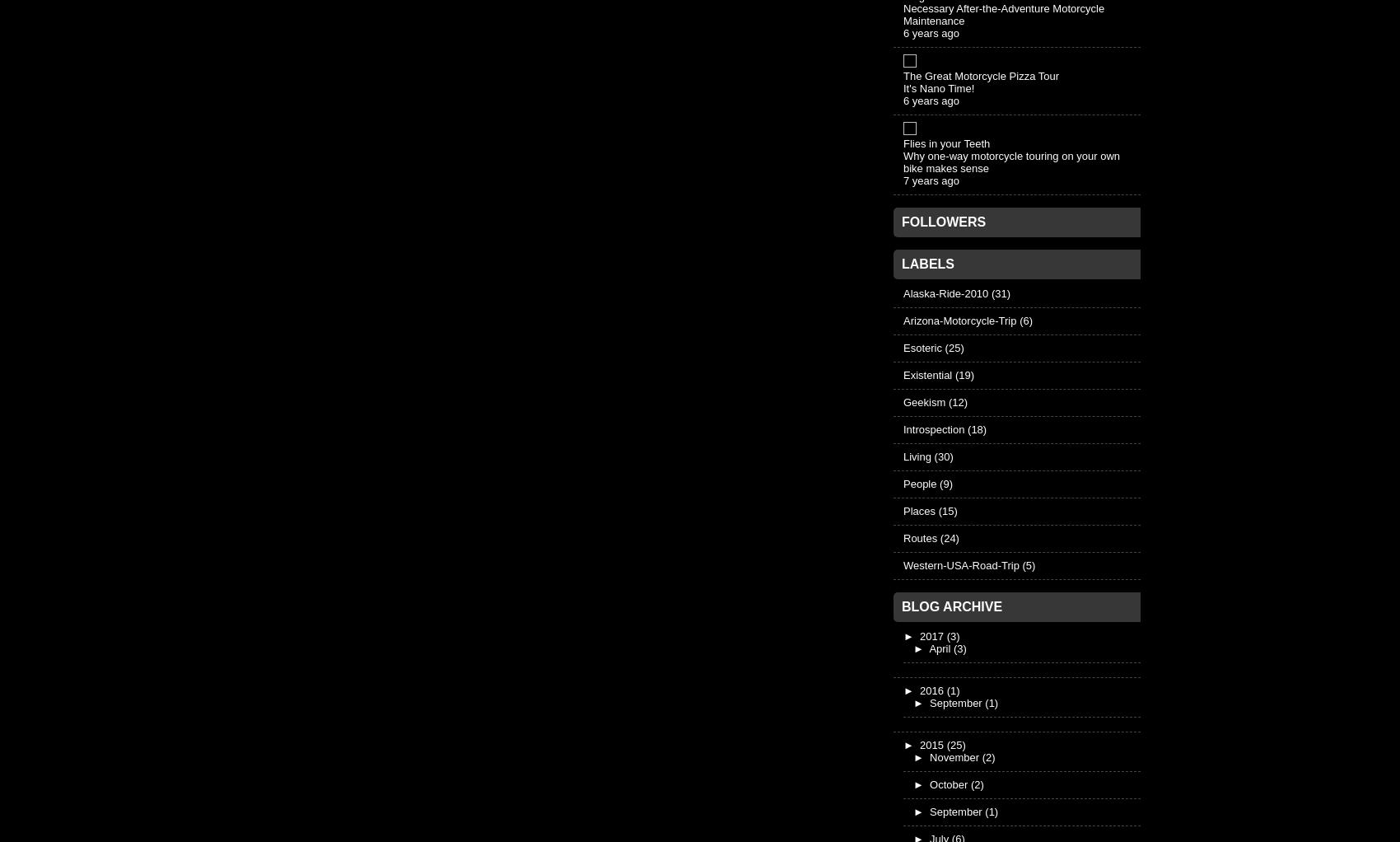 The height and width of the screenshot is (842, 1400). Describe the element at coordinates (1027, 564) in the screenshot. I see `'(5)'` at that location.